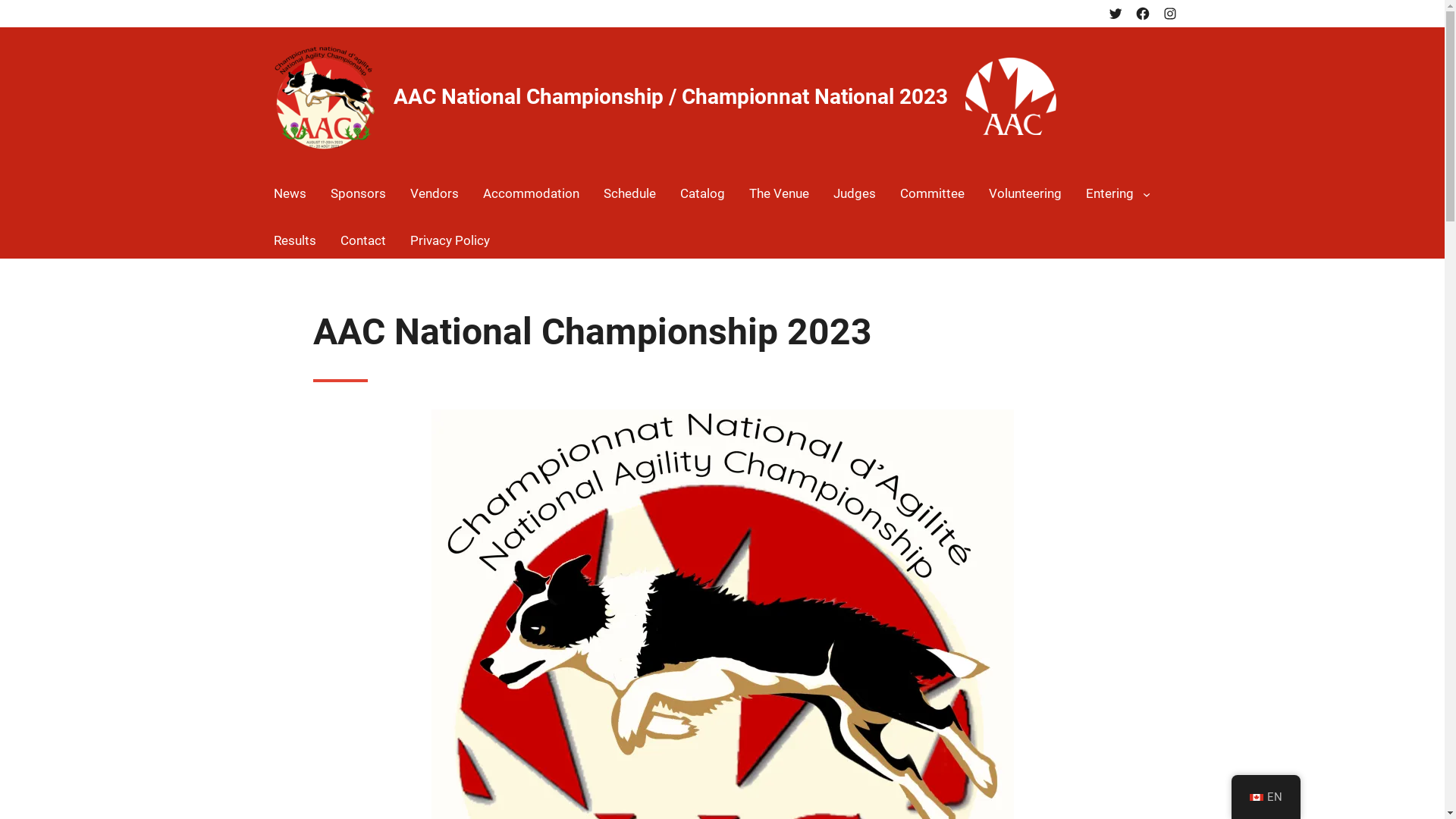  Describe the element at coordinates (1231, 796) in the screenshot. I see `'EN'` at that location.